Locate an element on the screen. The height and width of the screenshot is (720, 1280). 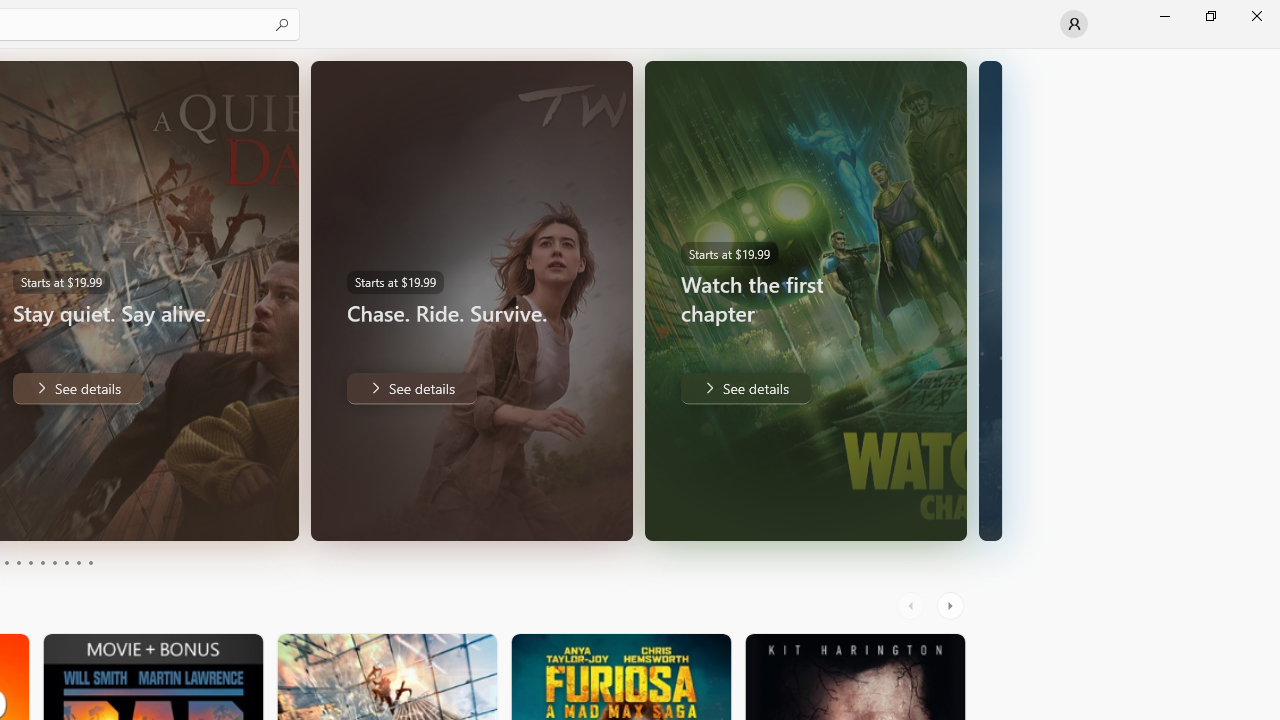
'Page 10' is located at coordinates (89, 563).